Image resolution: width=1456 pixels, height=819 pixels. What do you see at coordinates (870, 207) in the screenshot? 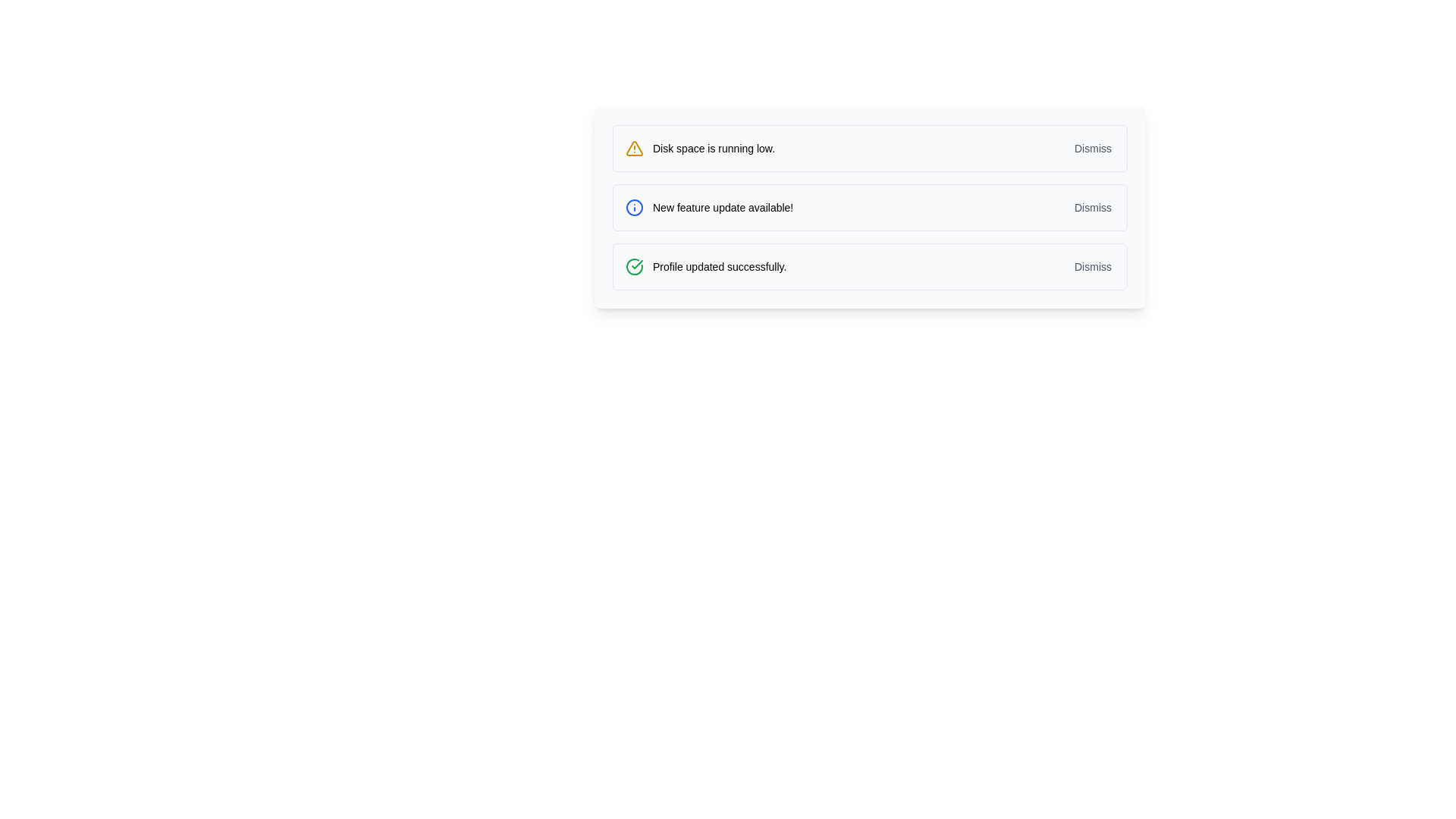
I see `the notification bar, which is the second item in the vertical stack, featuring a blue border and background, with a dismiss button` at bounding box center [870, 207].